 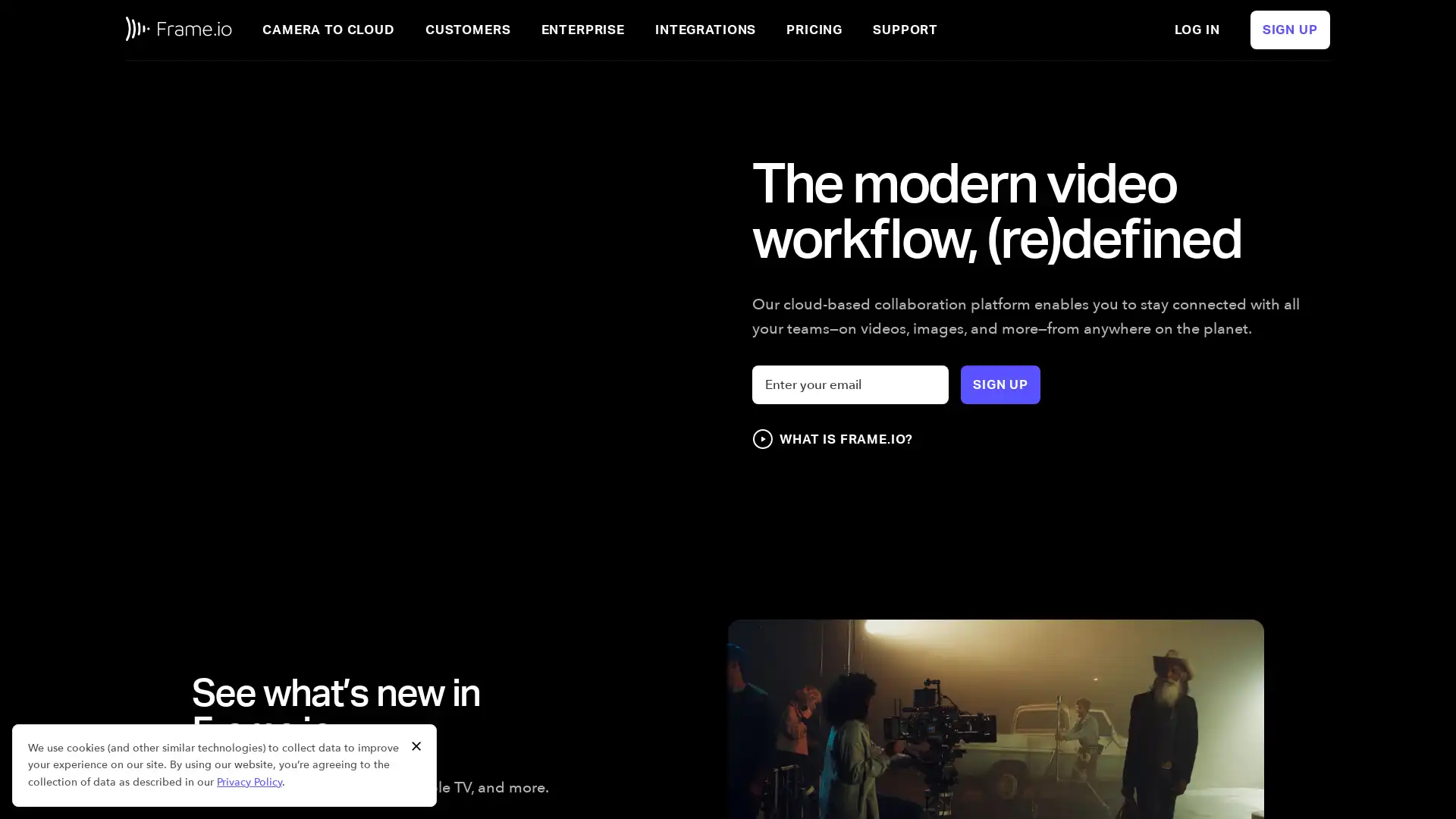 What do you see at coordinates (1000, 384) in the screenshot?
I see `Submit email address` at bounding box center [1000, 384].